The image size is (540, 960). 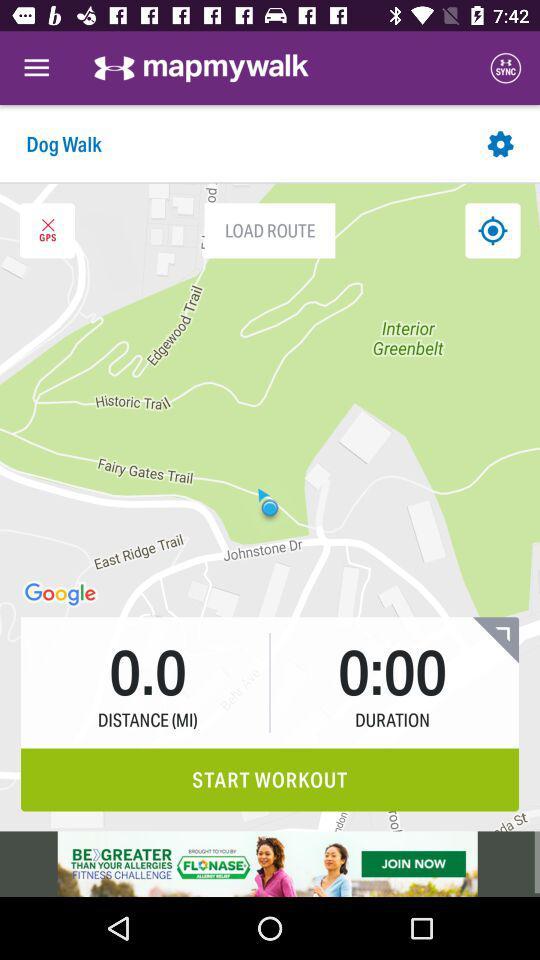 I want to click on the close icon, so click(x=47, y=230).